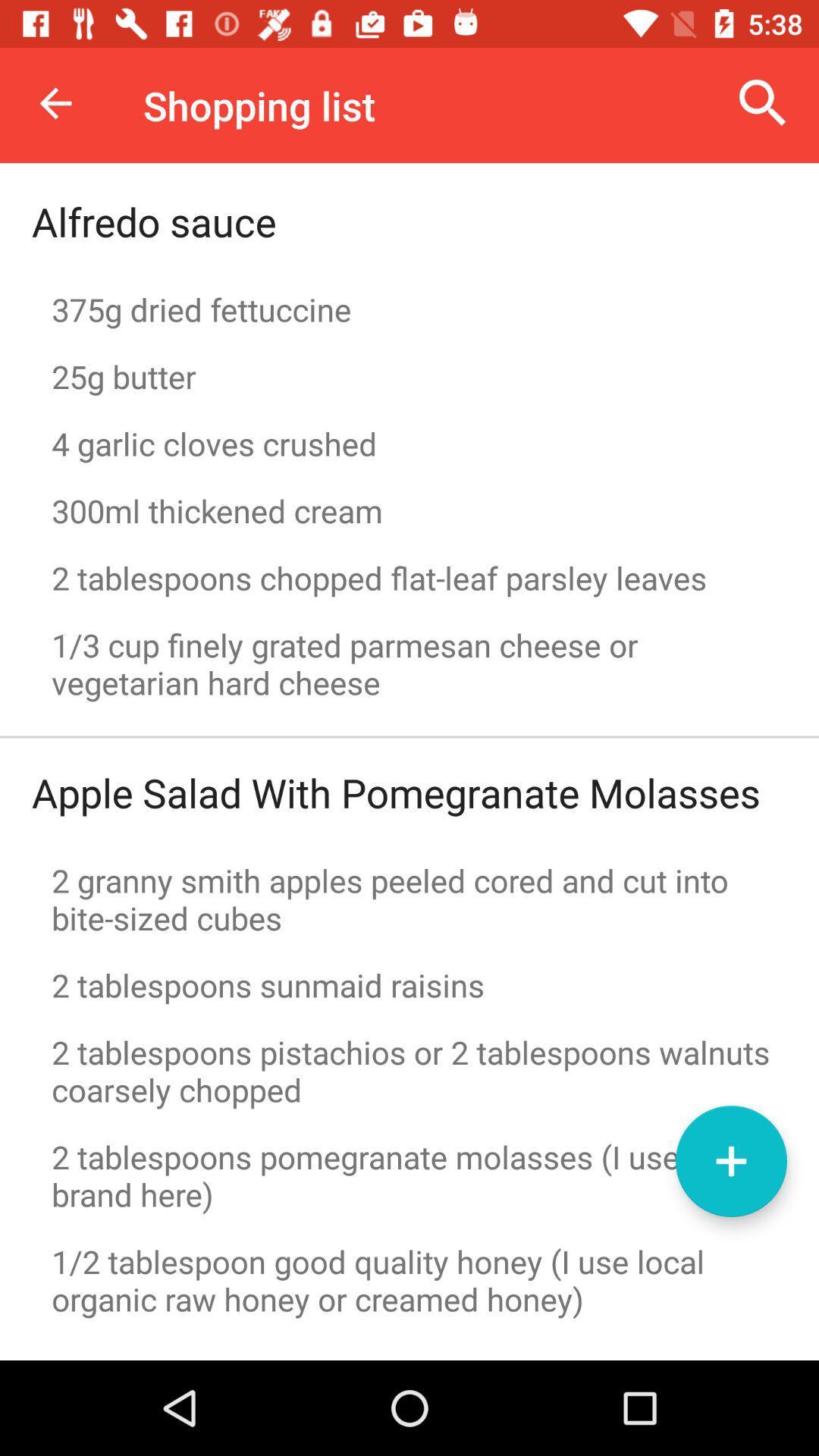 This screenshot has width=819, height=1456. I want to click on the 4 garlic cloves, so click(409, 443).